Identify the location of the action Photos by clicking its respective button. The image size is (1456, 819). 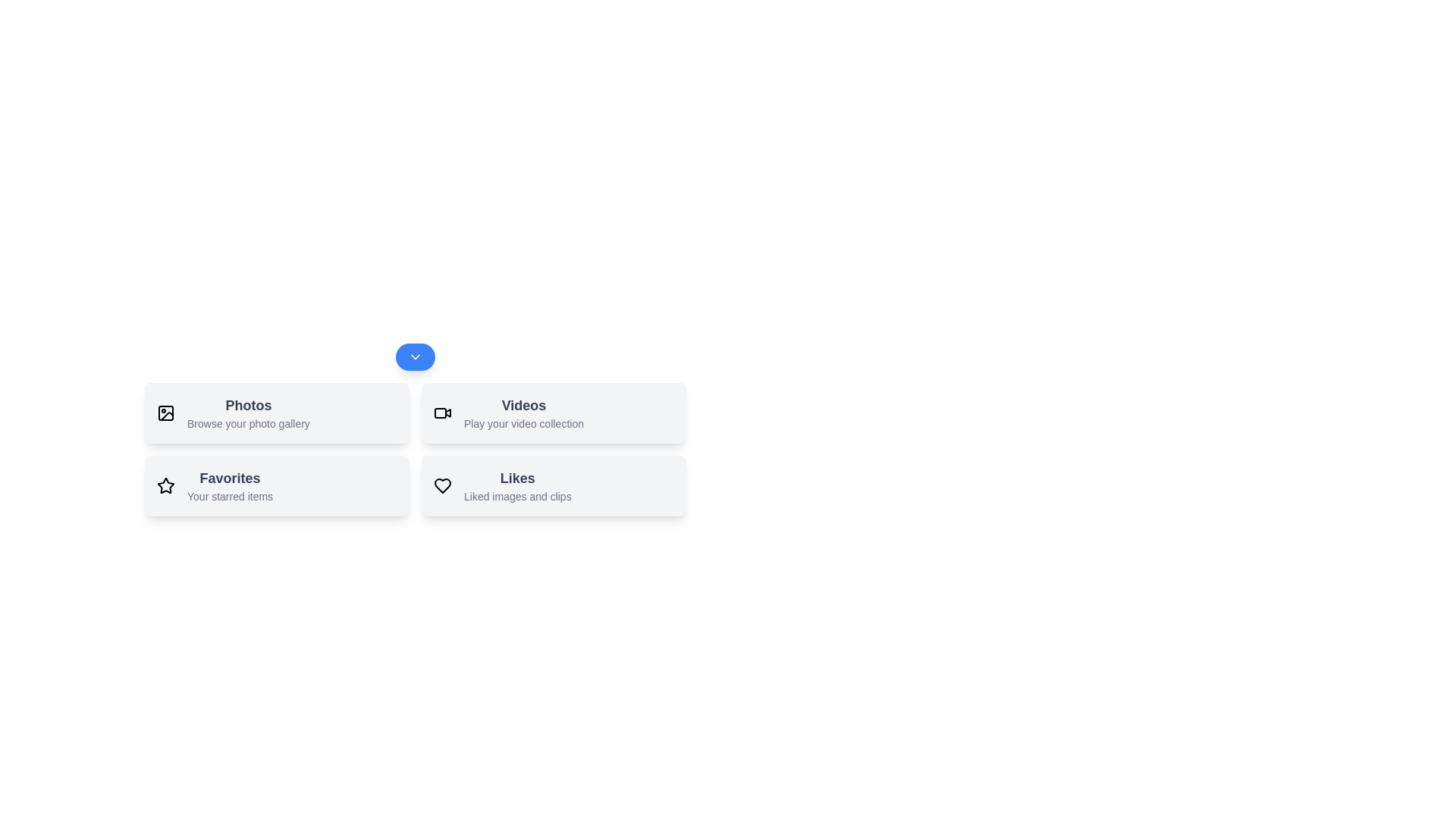
(277, 413).